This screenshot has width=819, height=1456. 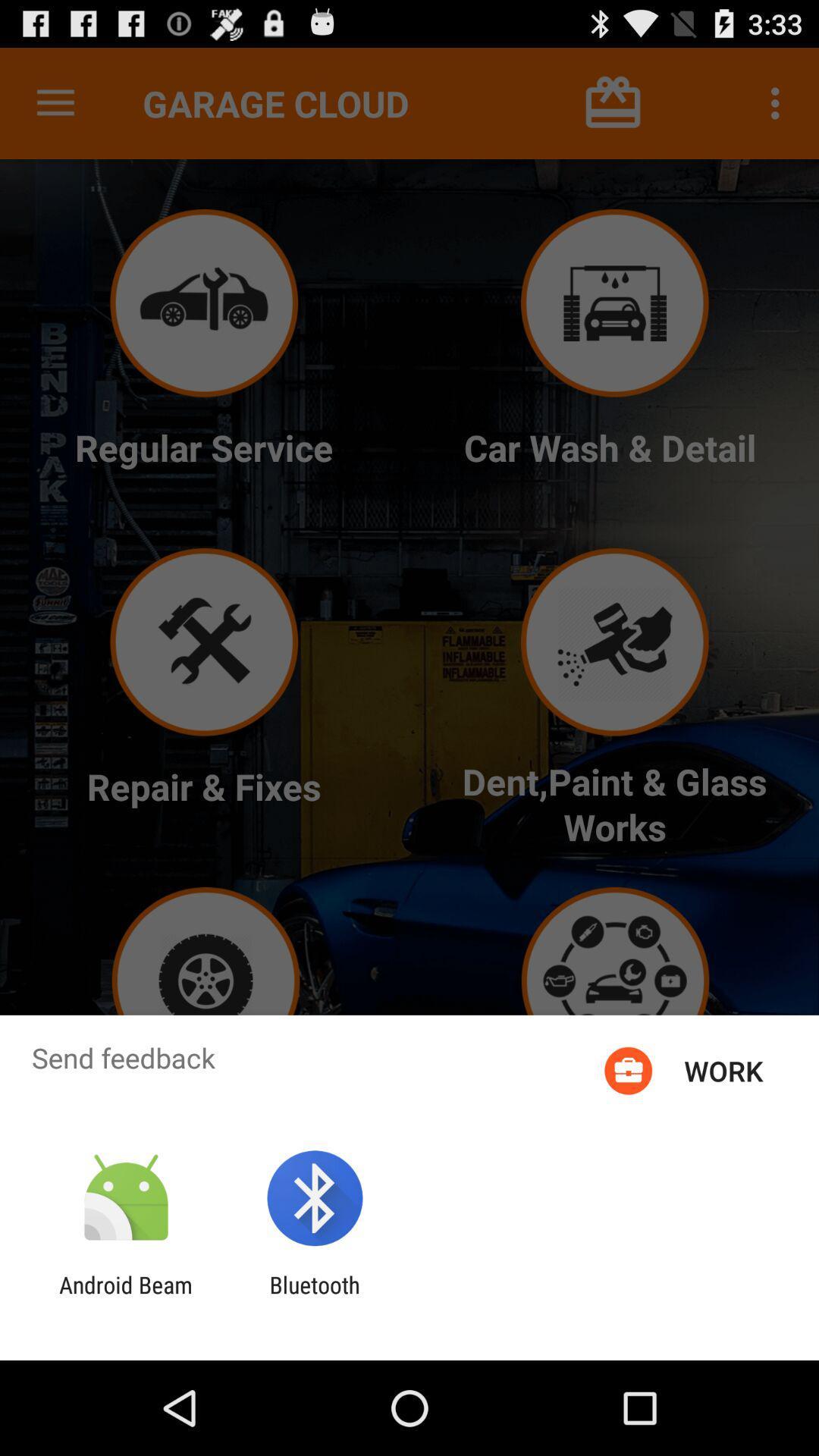 I want to click on the item to the left of the bluetooth app, so click(x=125, y=1298).